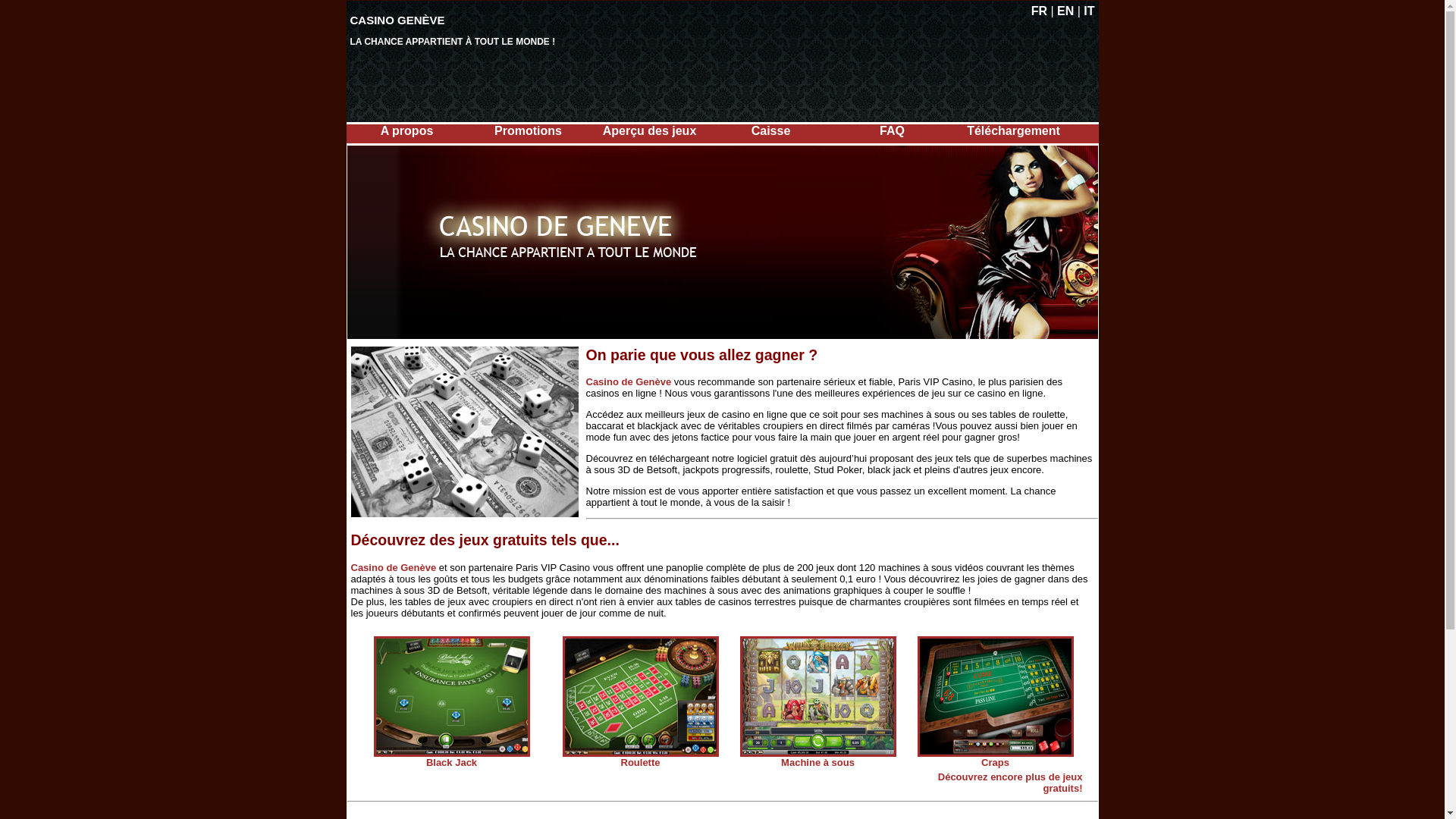 The image size is (1456, 819). Describe the element at coordinates (771, 130) in the screenshot. I see `'Caisse'` at that location.